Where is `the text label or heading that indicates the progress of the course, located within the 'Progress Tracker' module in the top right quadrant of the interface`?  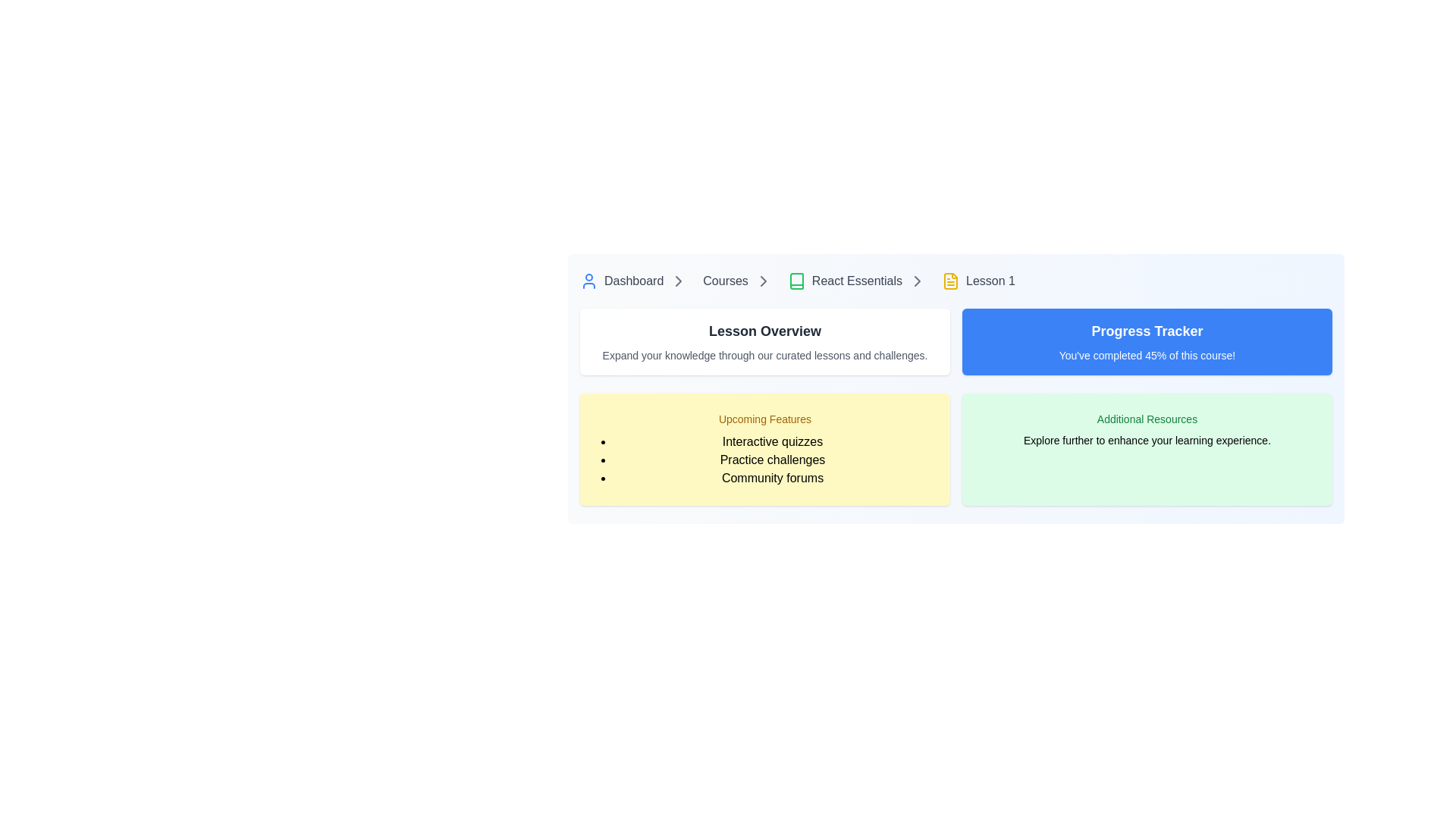
the text label or heading that indicates the progress of the course, located within the 'Progress Tracker' module in the top right quadrant of the interface is located at coordinates (1147, 330).